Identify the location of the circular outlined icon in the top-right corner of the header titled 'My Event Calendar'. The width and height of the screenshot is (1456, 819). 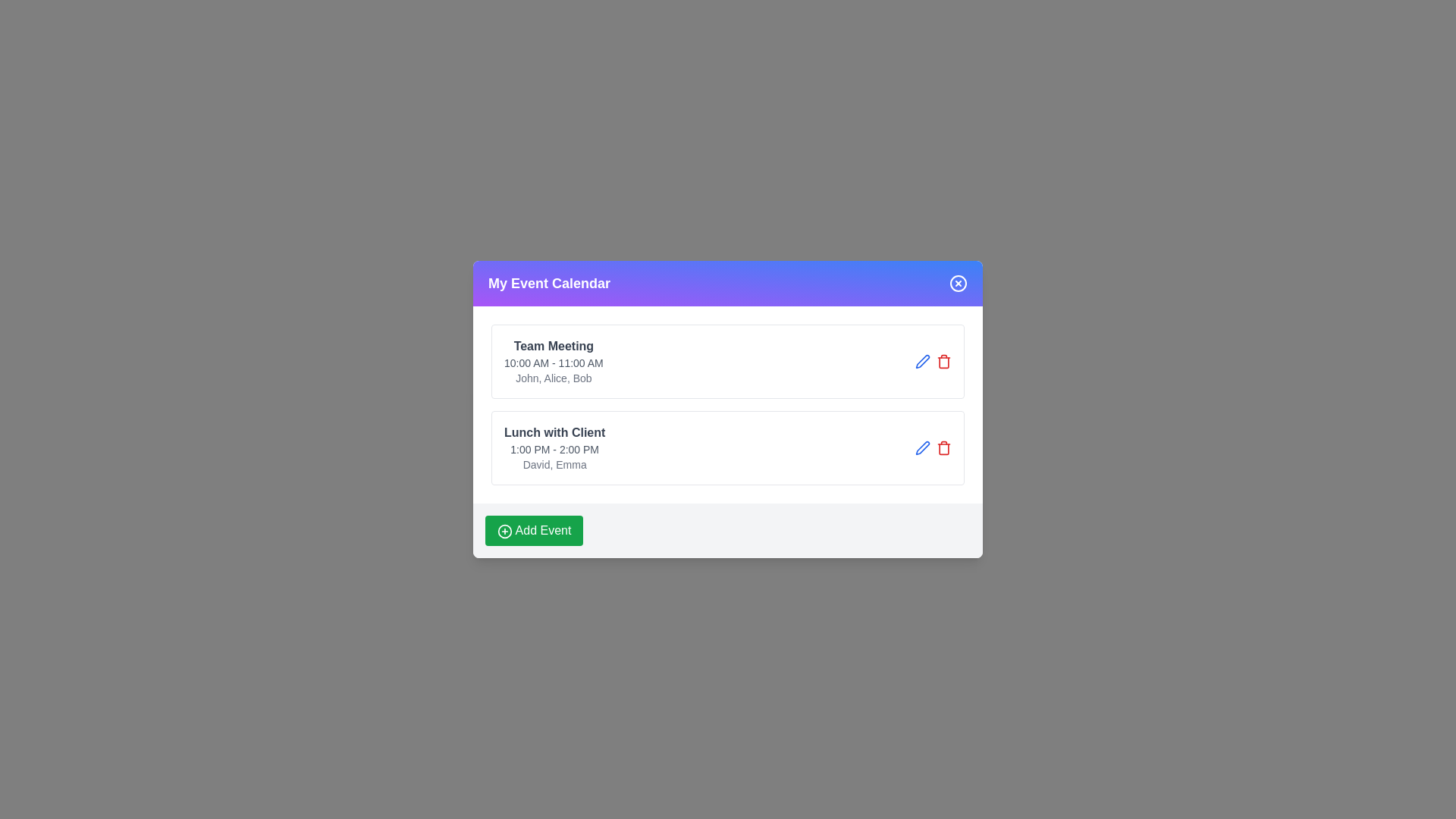
(957, 284).